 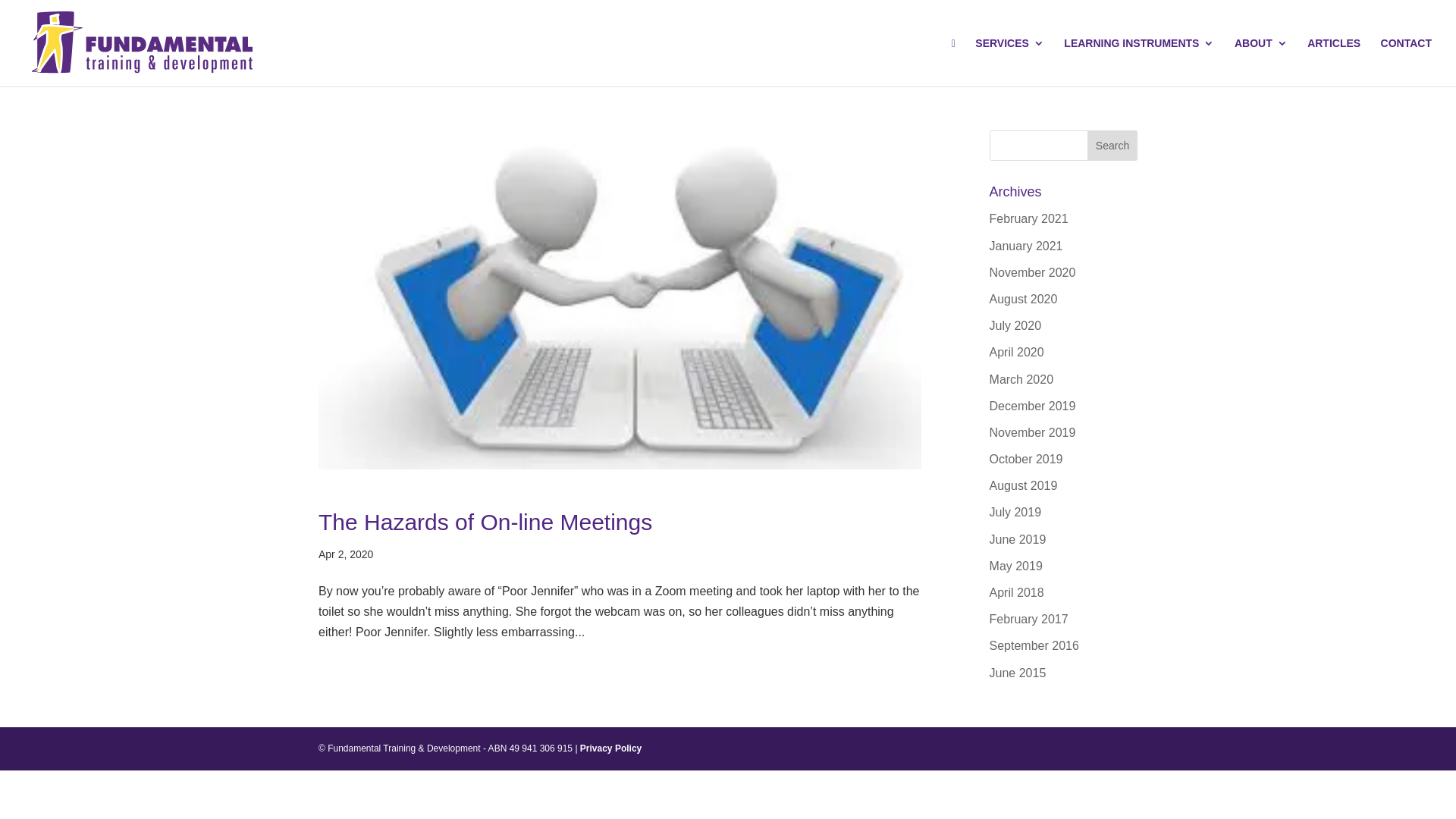 What do you see at coordinates (990, 352) in the screenshot?
I see `'April 2020'` at bounding box center [990, 352].